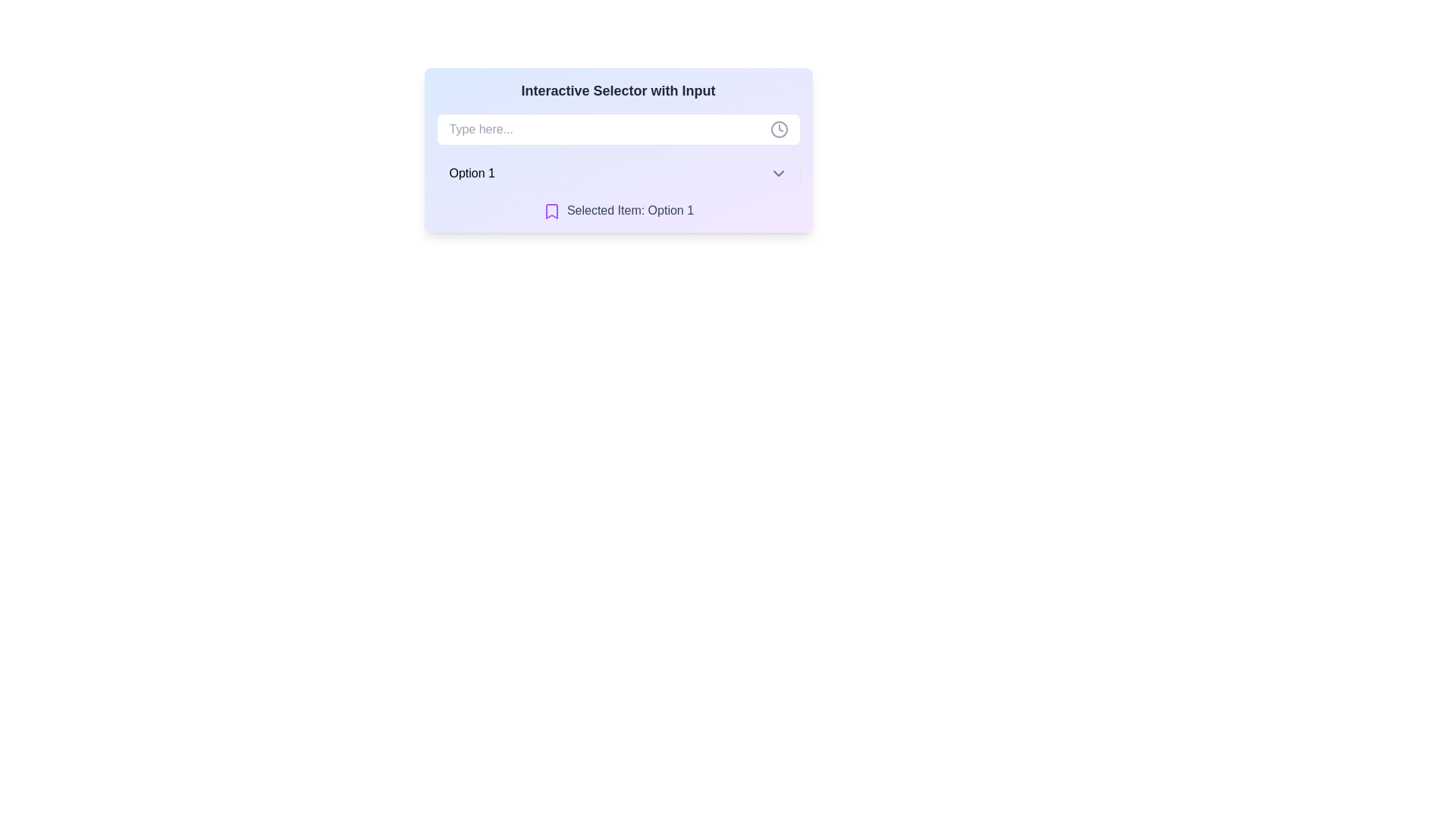 The height and width of the screenshot is (819, 1456). I want to click on the bookmark icon with a purple outline located to the left of the text label 'Selected Item: Option 1', so click(551, 211).